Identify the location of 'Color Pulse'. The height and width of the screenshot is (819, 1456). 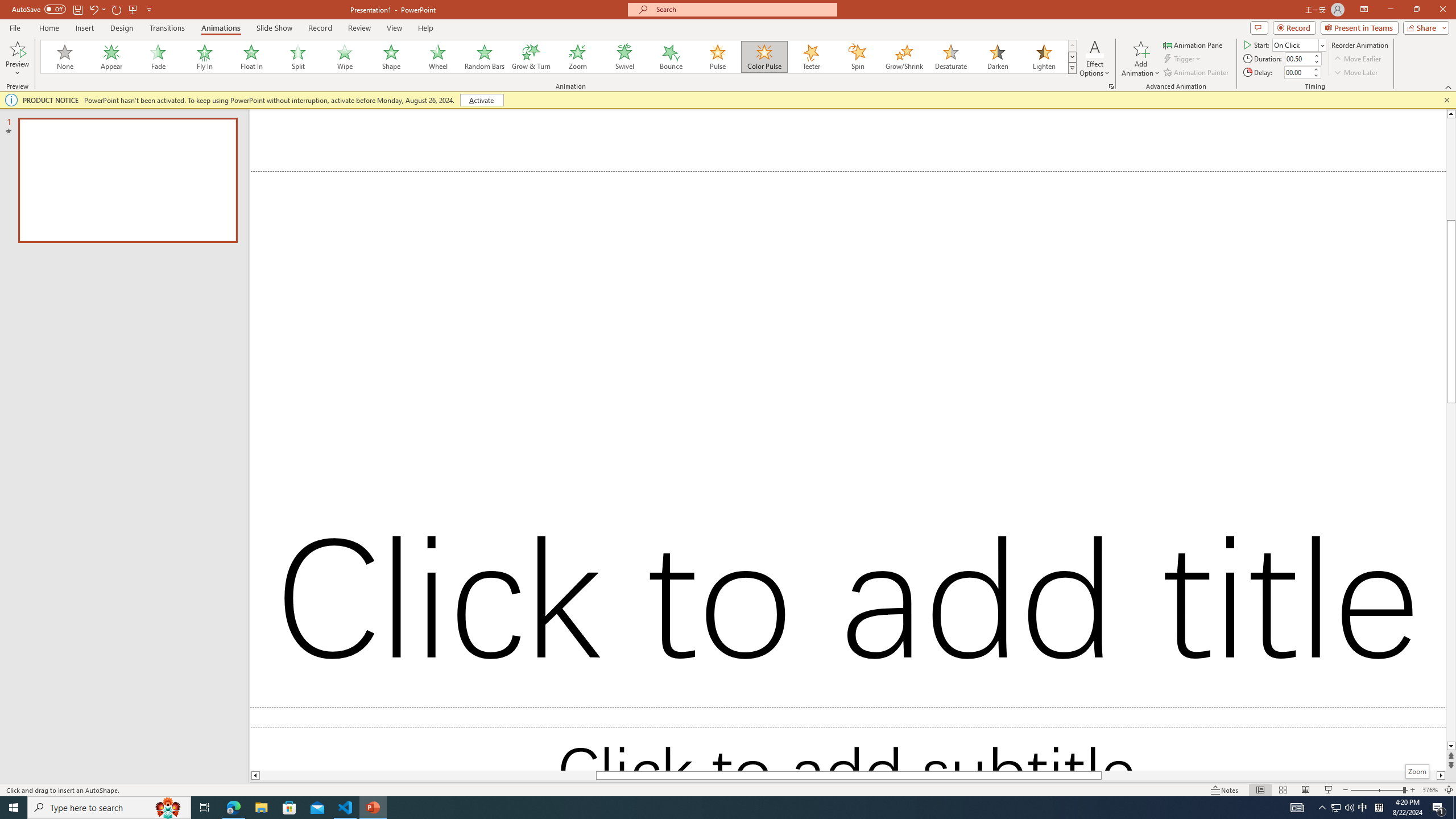
(764, 56).